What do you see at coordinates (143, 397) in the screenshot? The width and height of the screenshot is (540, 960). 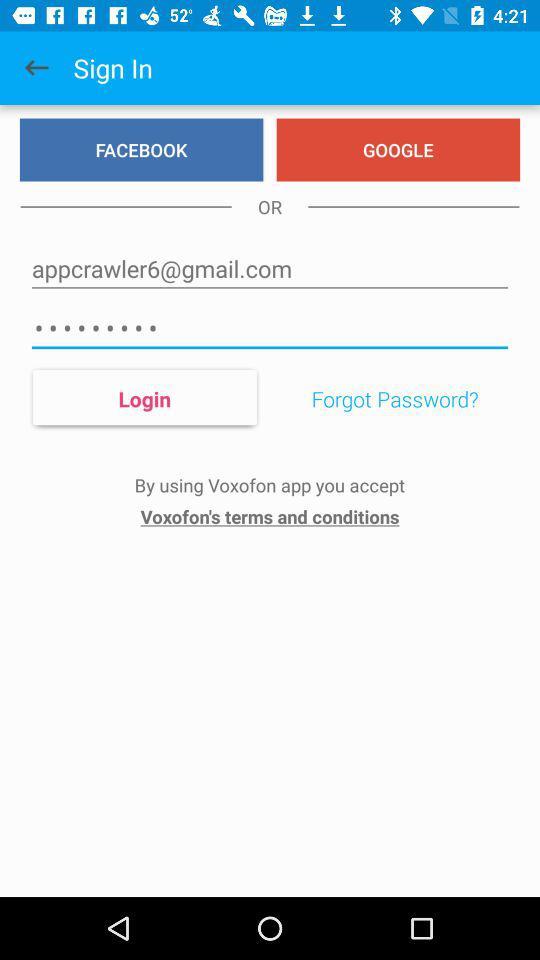 I see `the icon to the left of forgot password?` at bounding box center [143, 397].